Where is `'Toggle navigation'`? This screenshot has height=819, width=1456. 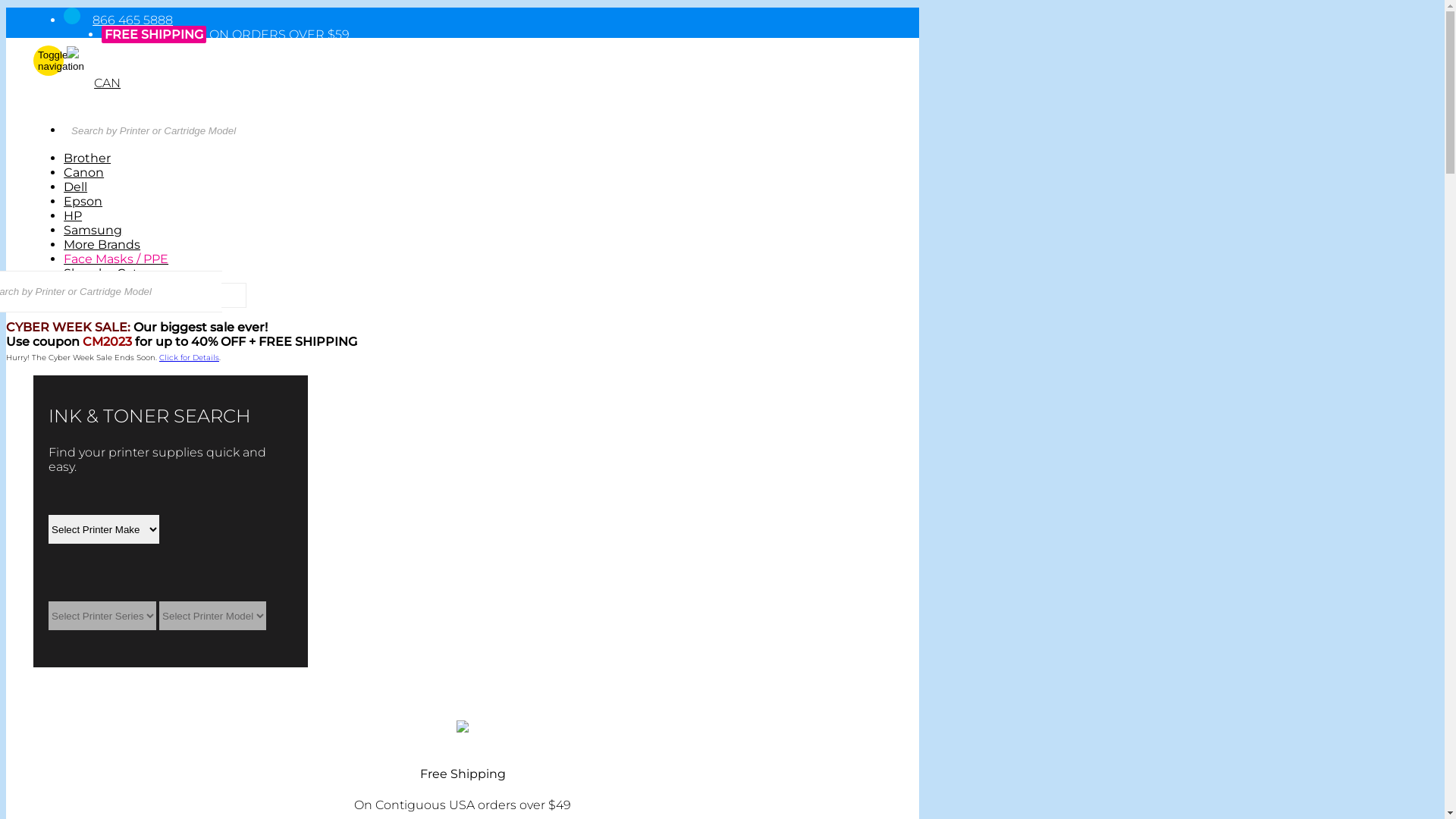 'Toggle navigation' is located at coordinates (48, 60).